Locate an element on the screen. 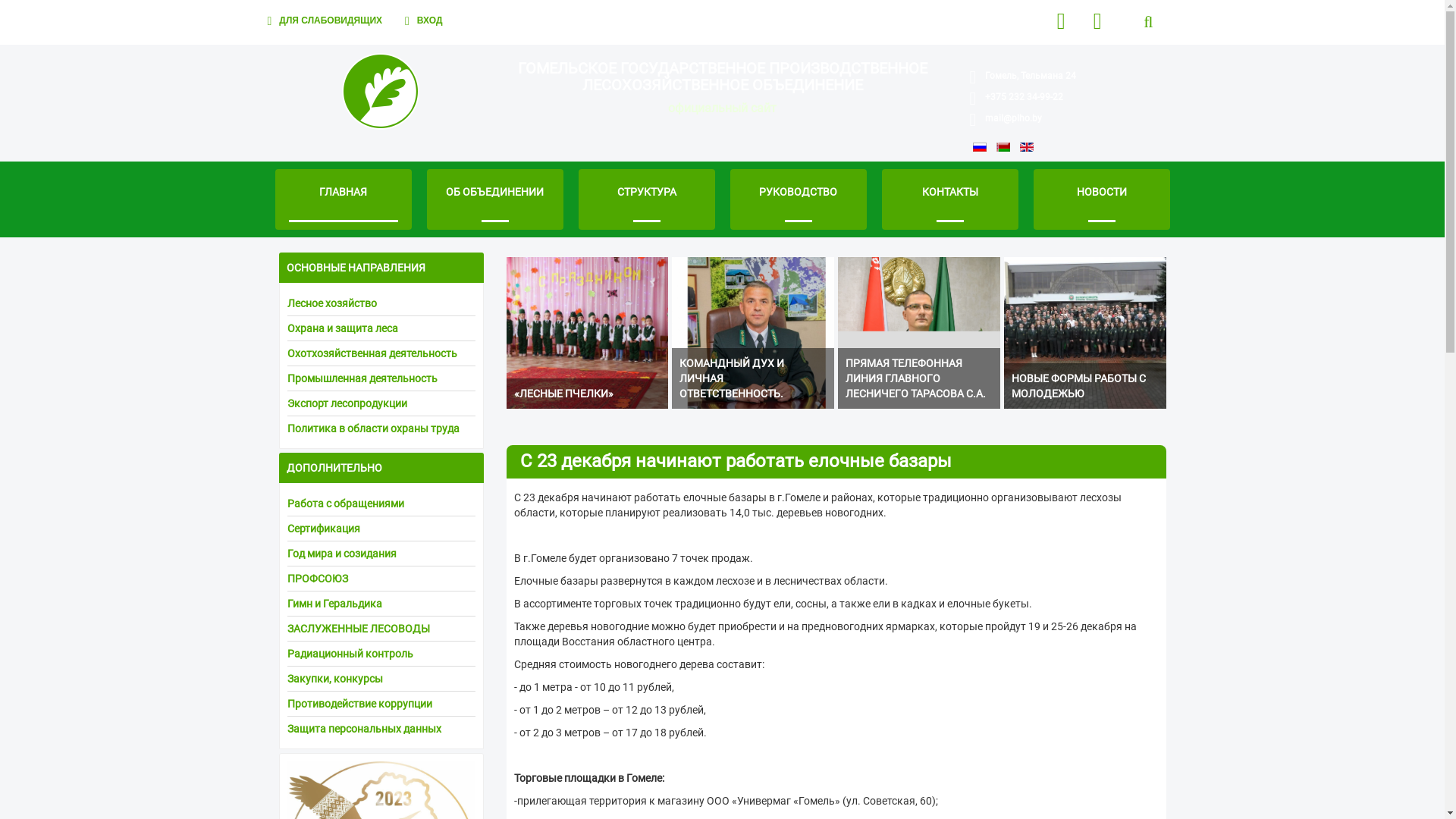  'ru-RU' is located at coordinates (979, 146).